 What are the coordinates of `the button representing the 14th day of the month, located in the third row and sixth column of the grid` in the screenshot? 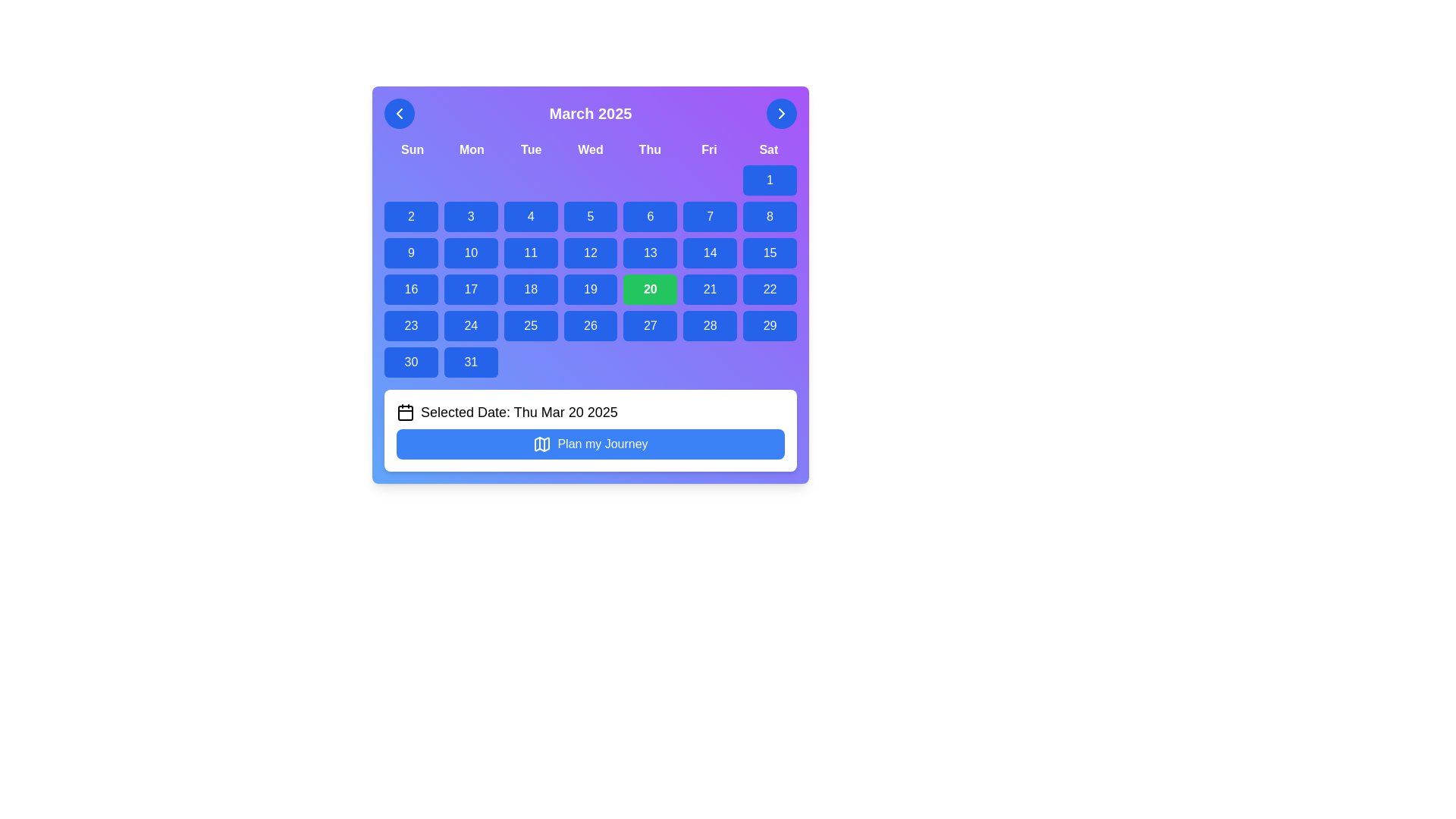 It's located at (709, 253).